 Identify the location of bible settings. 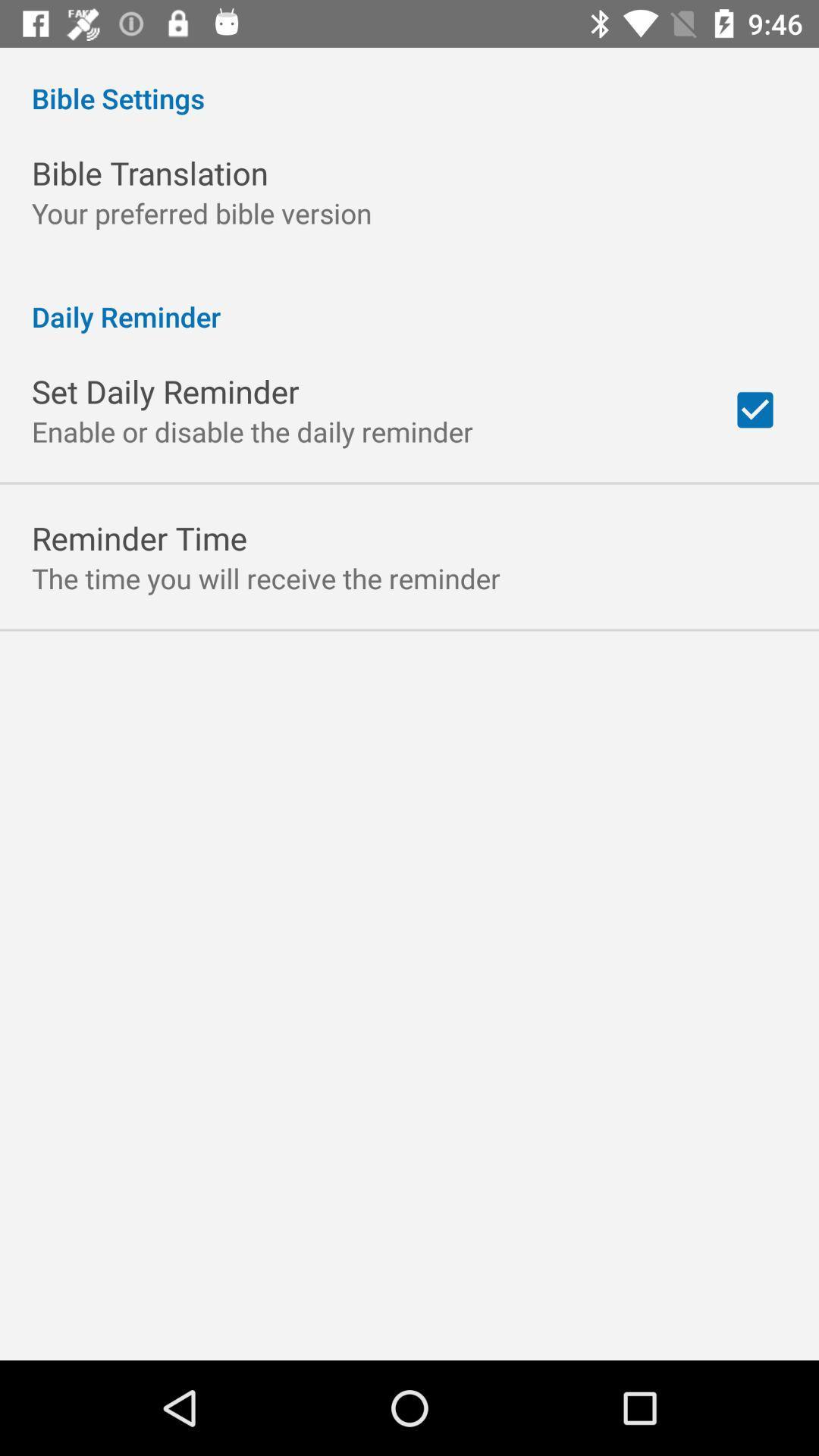
(409, 81).